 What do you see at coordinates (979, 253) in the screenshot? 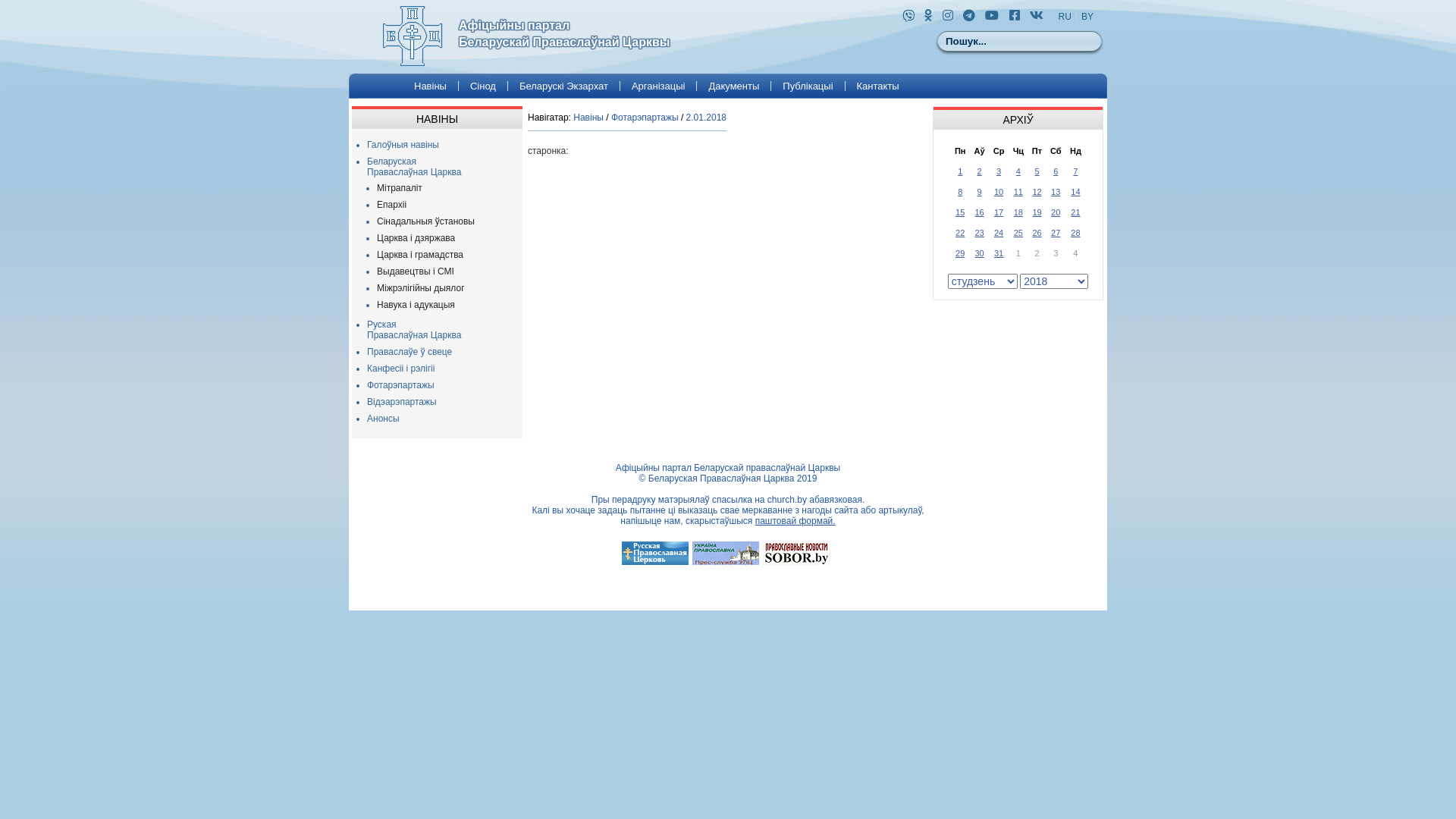
I see `'30'` at bounding box center [979, 253].